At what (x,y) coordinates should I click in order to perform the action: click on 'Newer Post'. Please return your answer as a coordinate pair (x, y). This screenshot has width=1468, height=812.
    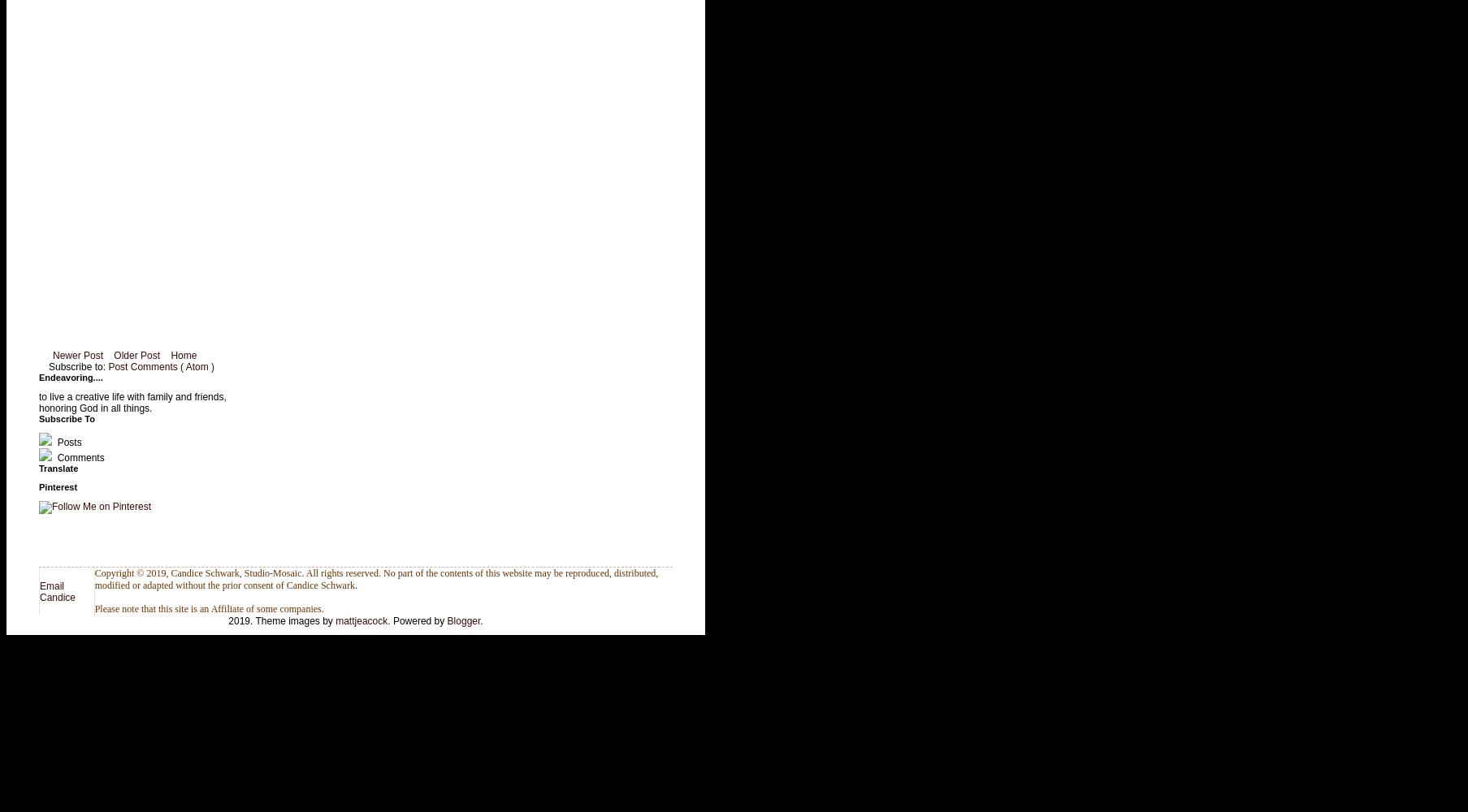
    Looking at the image, I should click on (53, 356).